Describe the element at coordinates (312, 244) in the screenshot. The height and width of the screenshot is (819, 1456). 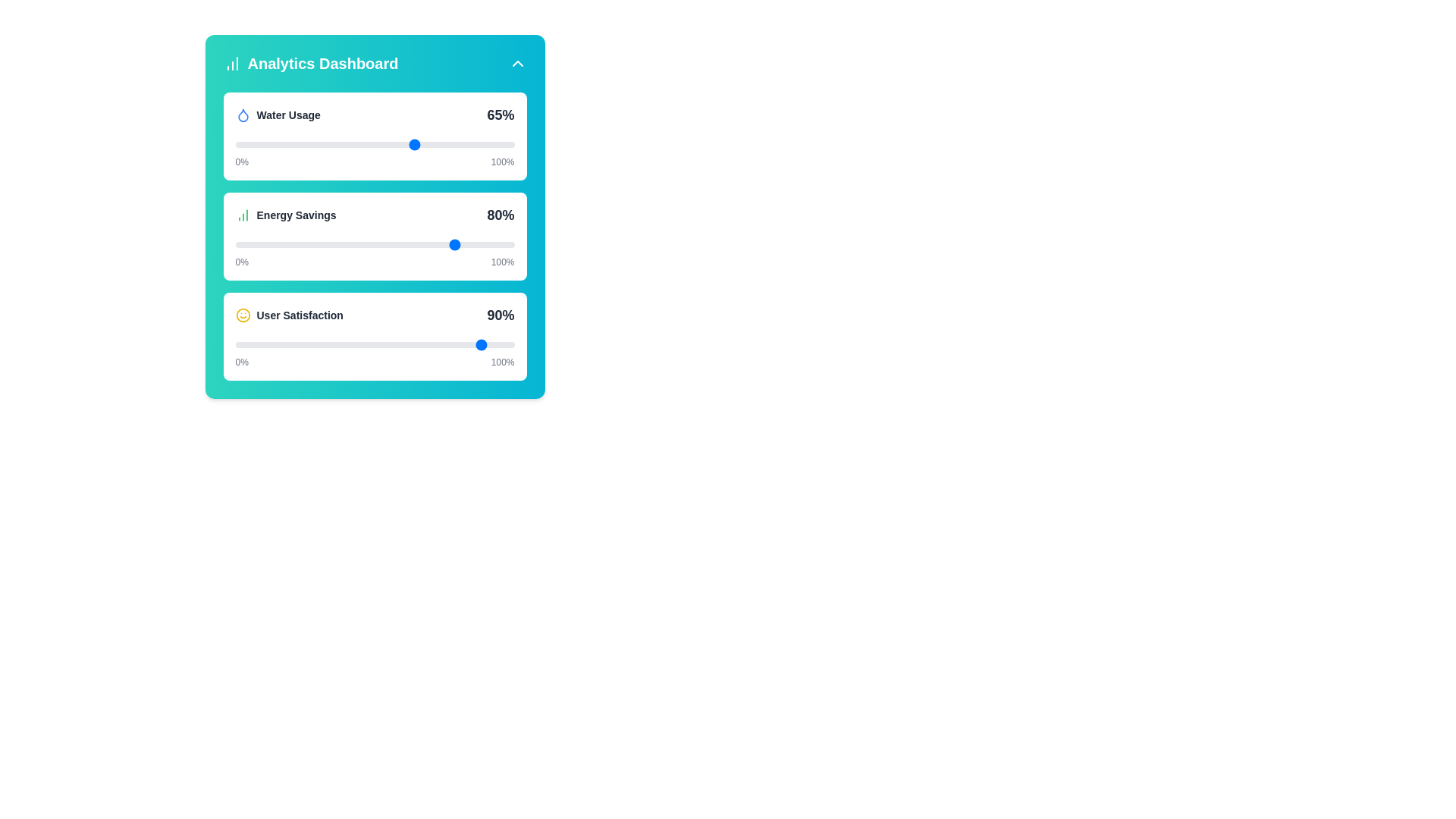
I see `energy savings` at that location.